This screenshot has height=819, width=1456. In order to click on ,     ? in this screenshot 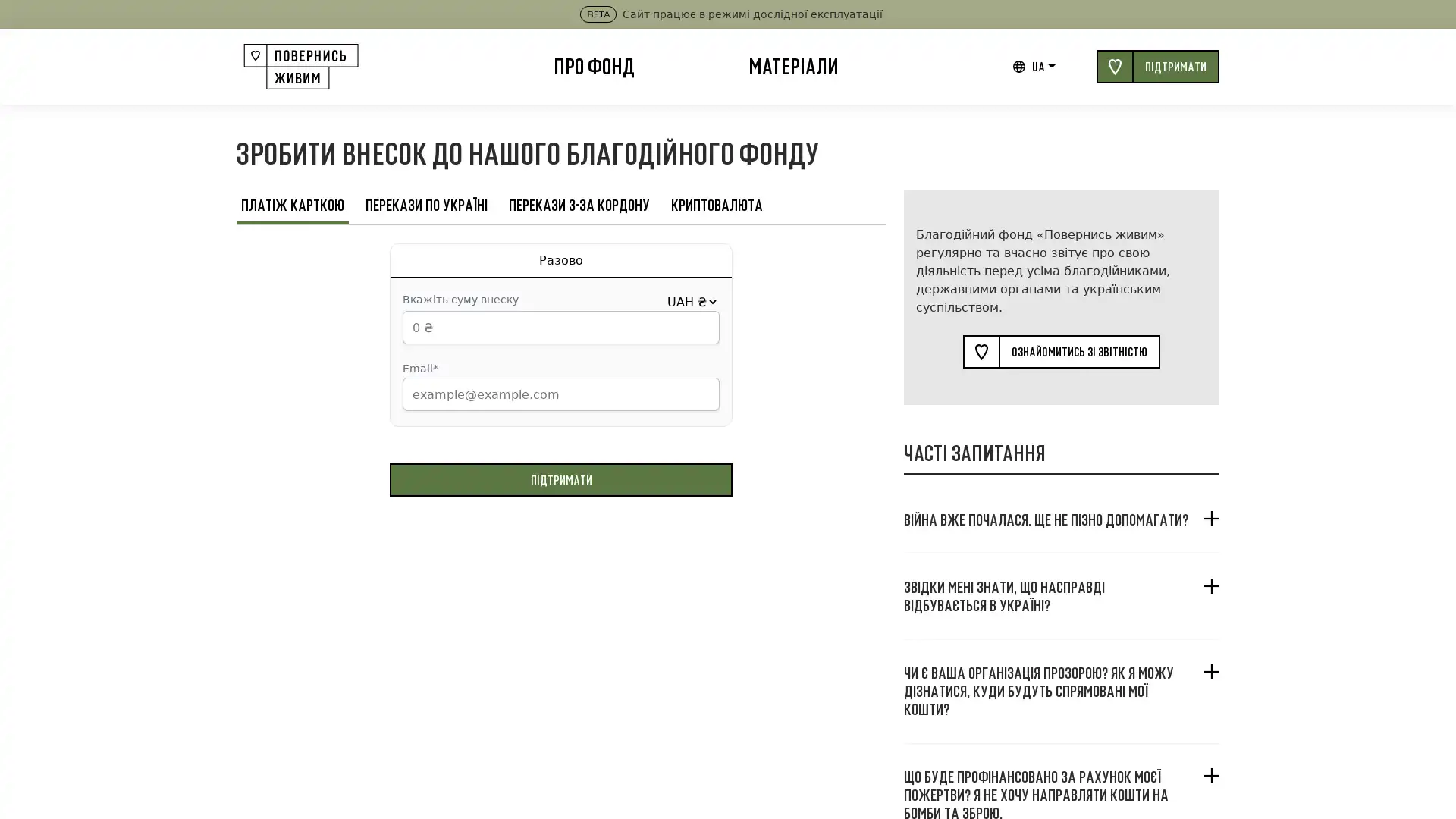, I will do `click(1061, 595)`.